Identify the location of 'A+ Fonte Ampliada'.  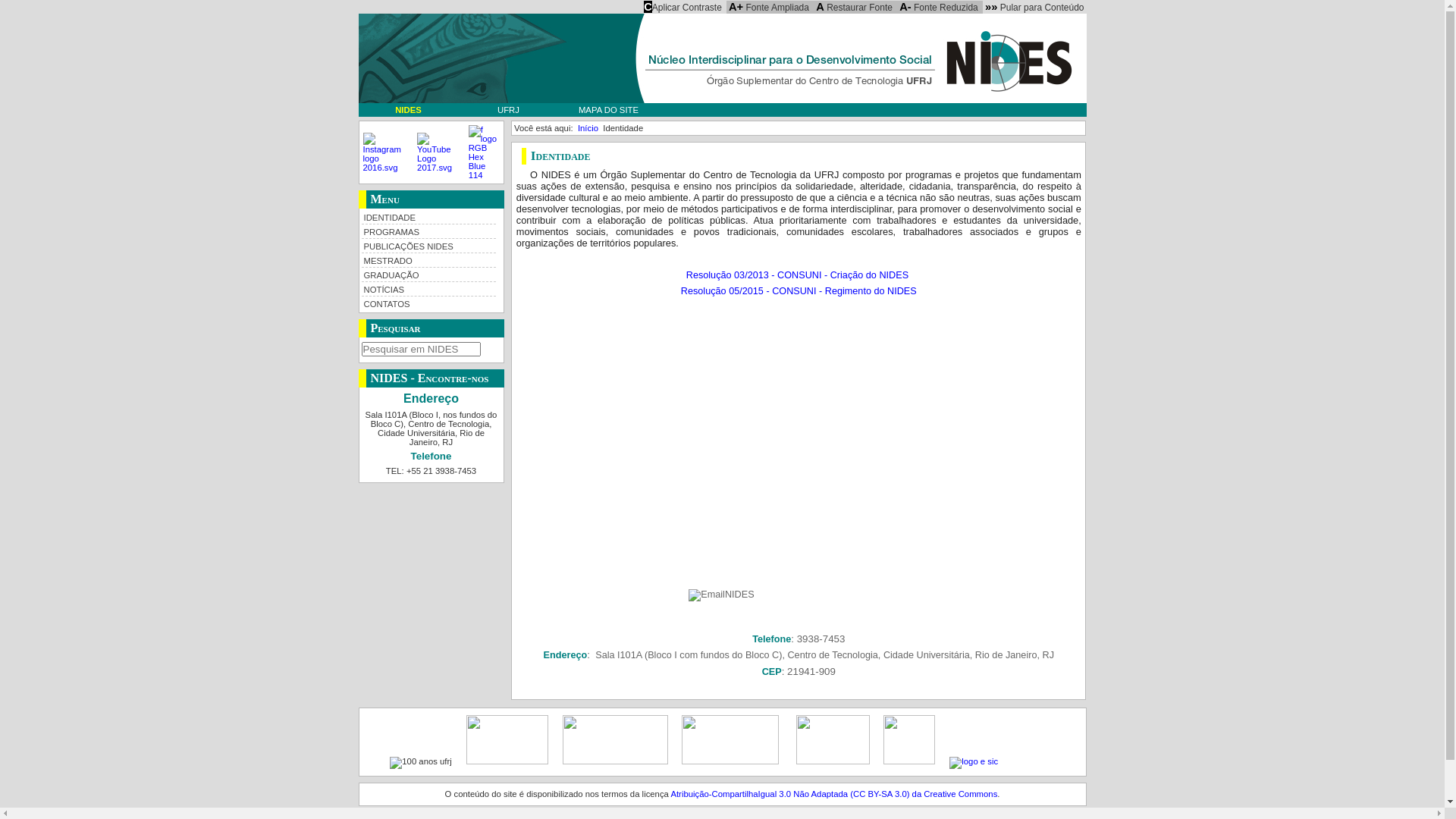
(768, 6).